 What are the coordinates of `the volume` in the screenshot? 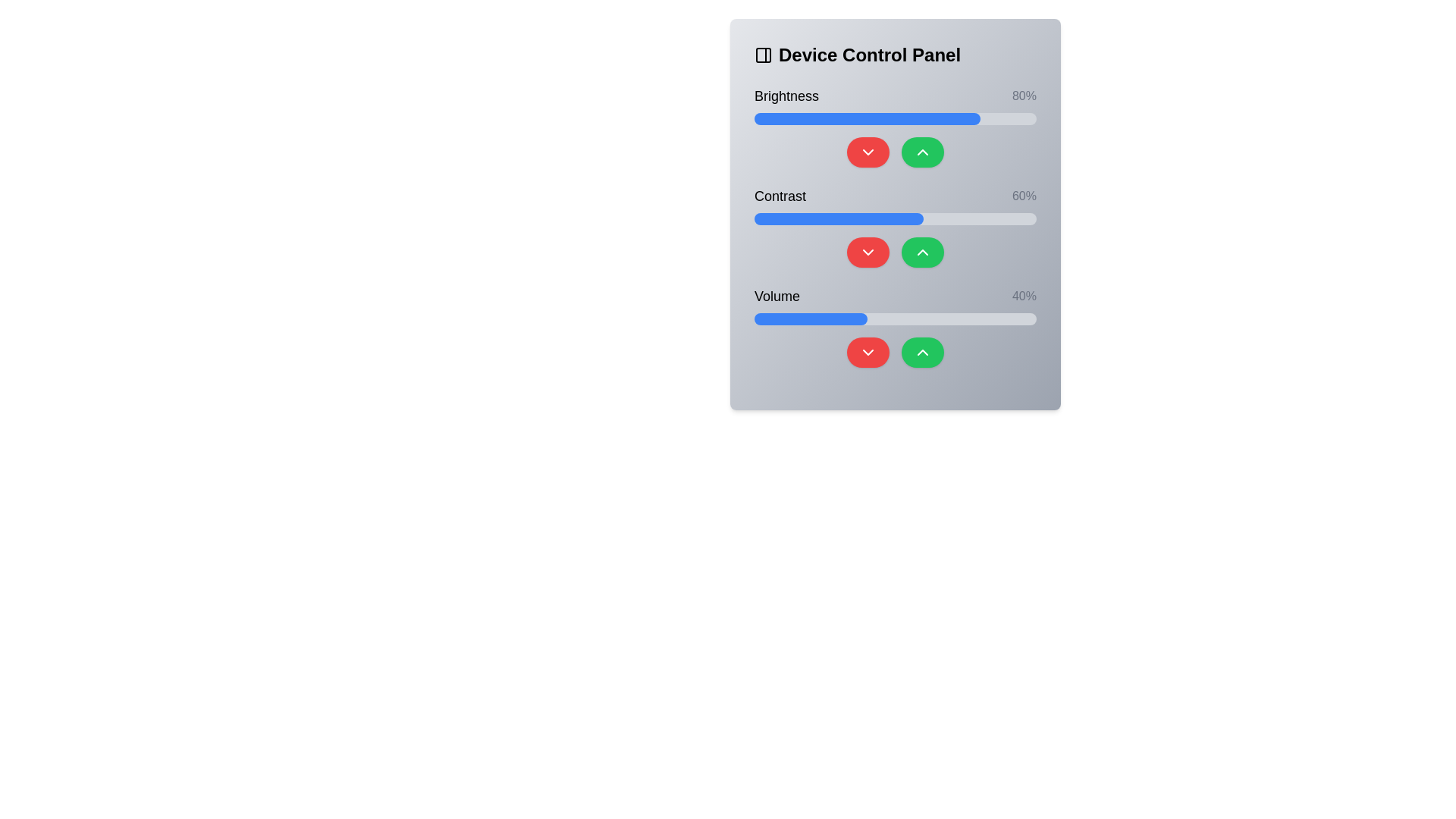 It's located at (754, 318).